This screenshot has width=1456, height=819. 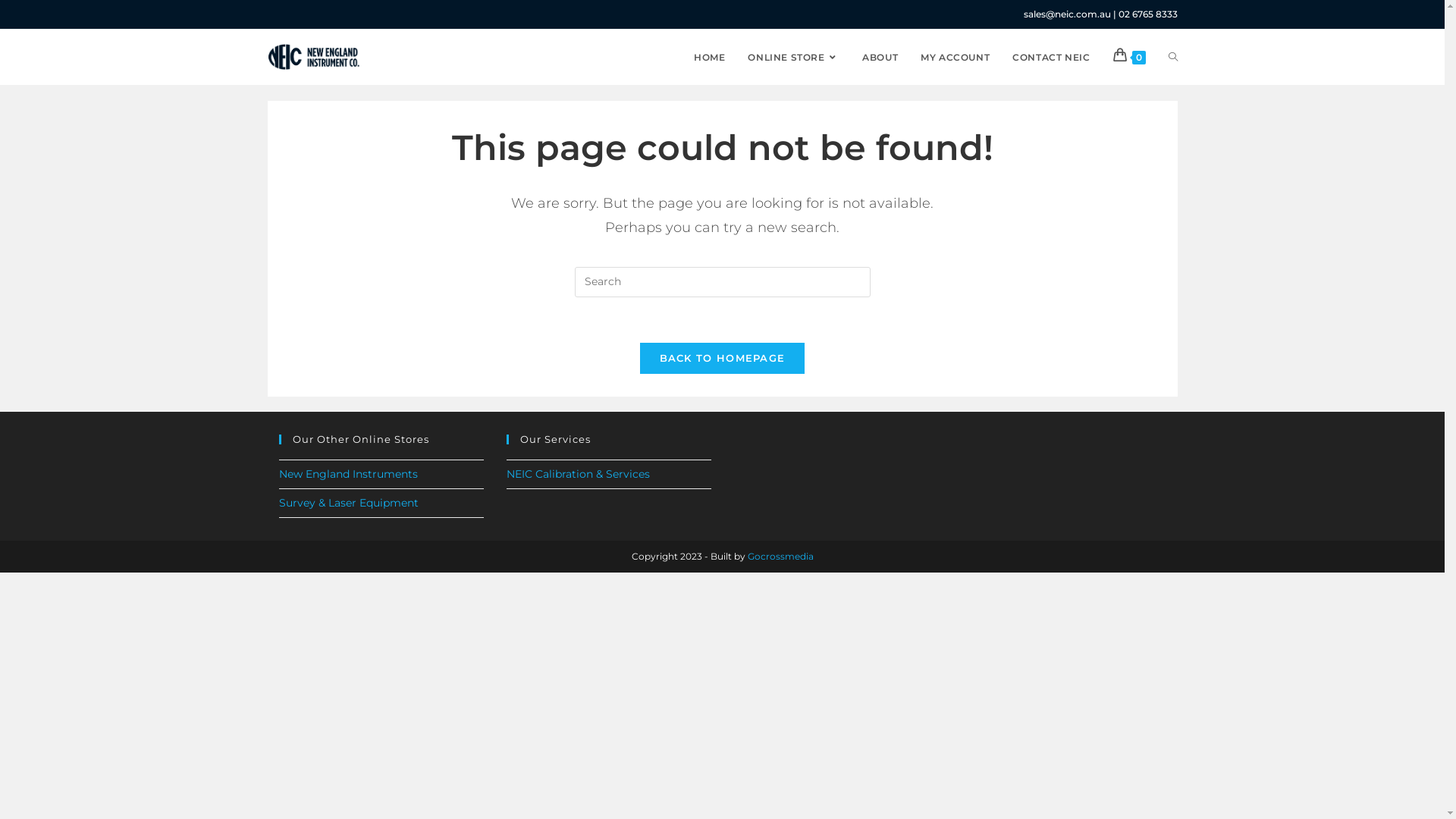 What do you see at coordinates (1147, 14) in the screenshot?
I see `'02 6765 8333'` at bounding box center [1147, 14].